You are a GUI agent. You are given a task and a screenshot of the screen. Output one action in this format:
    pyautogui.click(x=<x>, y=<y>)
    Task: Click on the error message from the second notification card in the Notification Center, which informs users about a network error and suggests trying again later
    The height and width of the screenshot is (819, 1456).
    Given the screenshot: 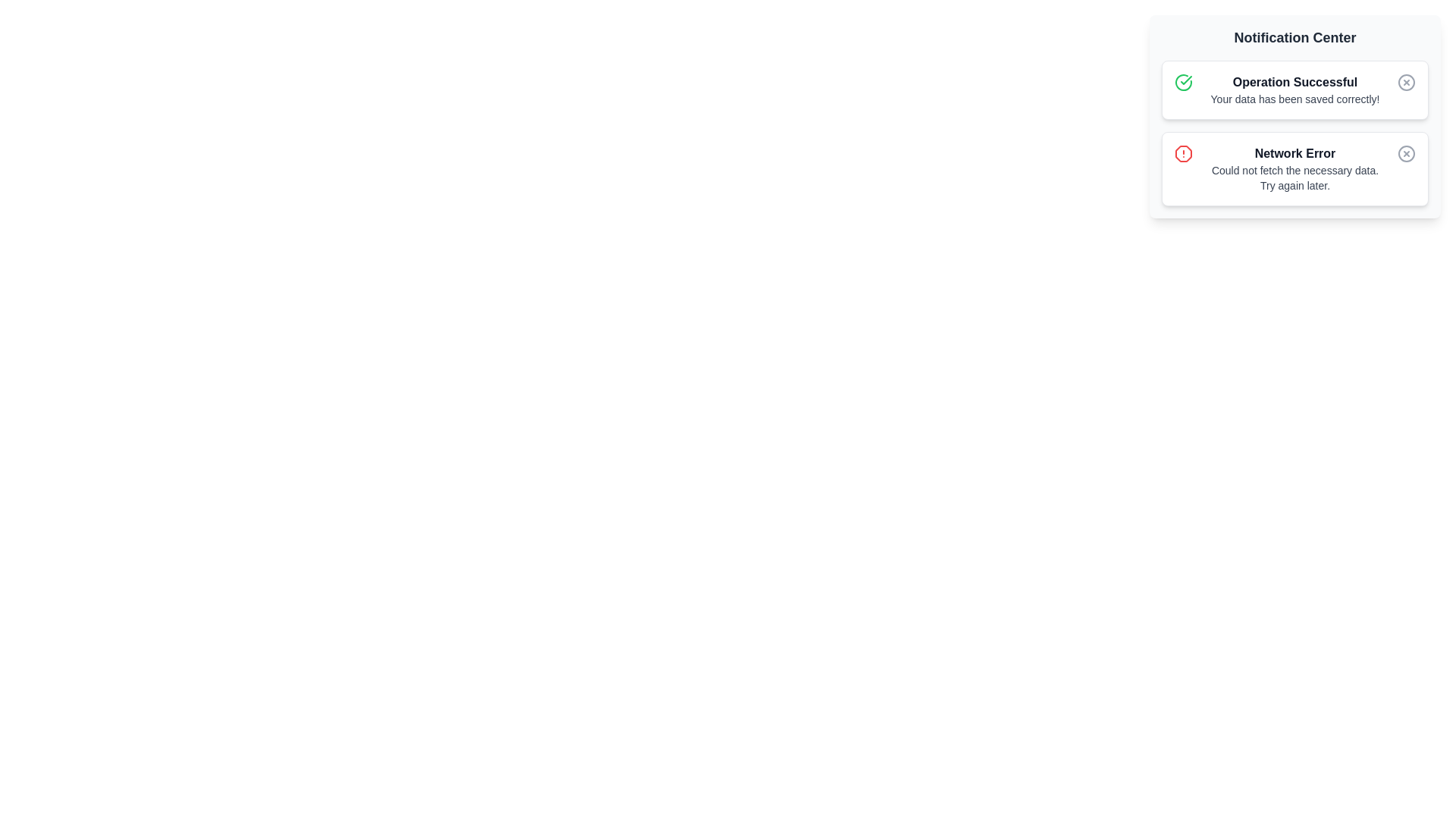 What is the action you would take?
    pyautogui.click(x=1294, y=169)
    